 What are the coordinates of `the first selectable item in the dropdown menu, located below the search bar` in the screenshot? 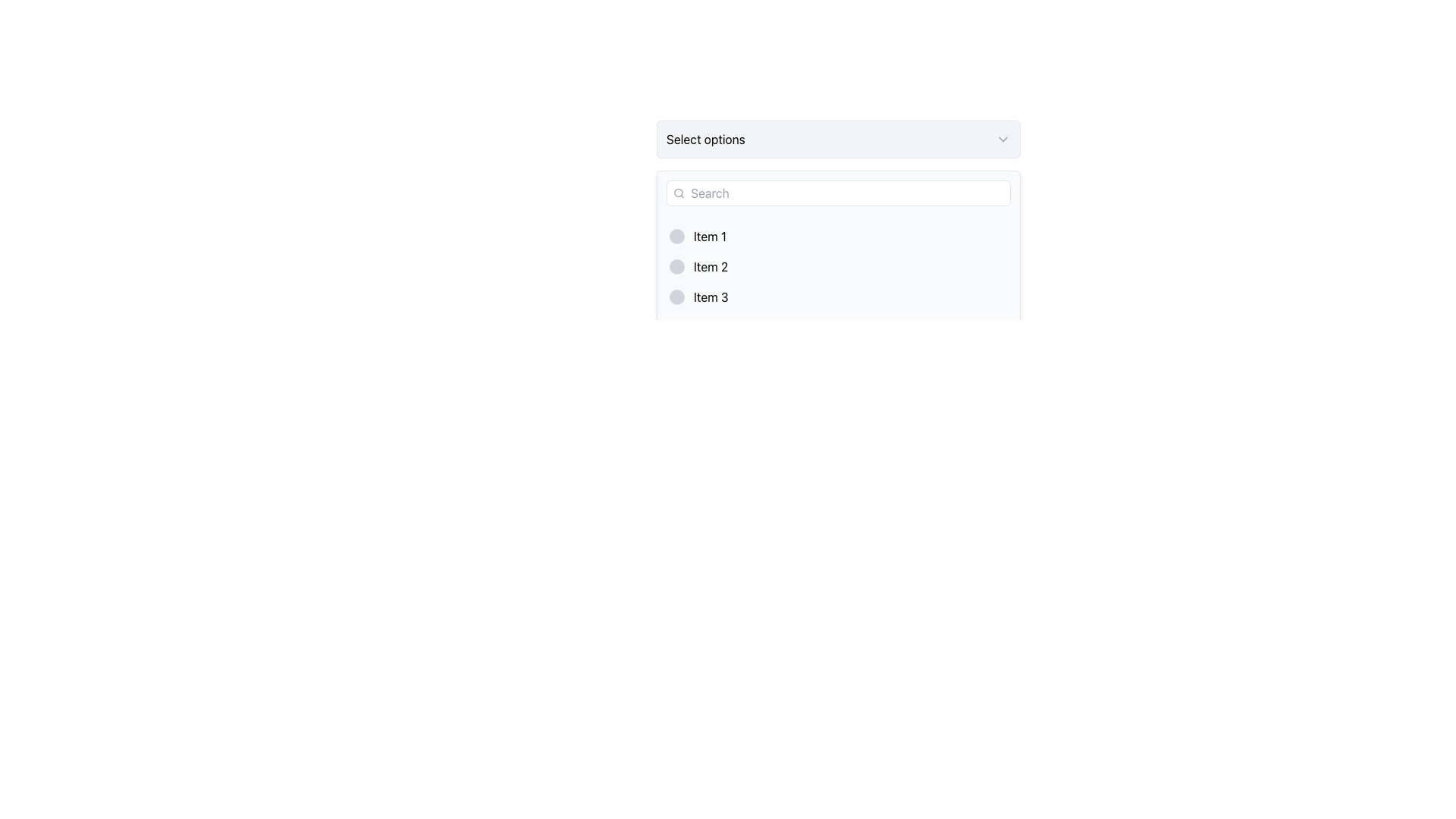 It's located at (837, 237).